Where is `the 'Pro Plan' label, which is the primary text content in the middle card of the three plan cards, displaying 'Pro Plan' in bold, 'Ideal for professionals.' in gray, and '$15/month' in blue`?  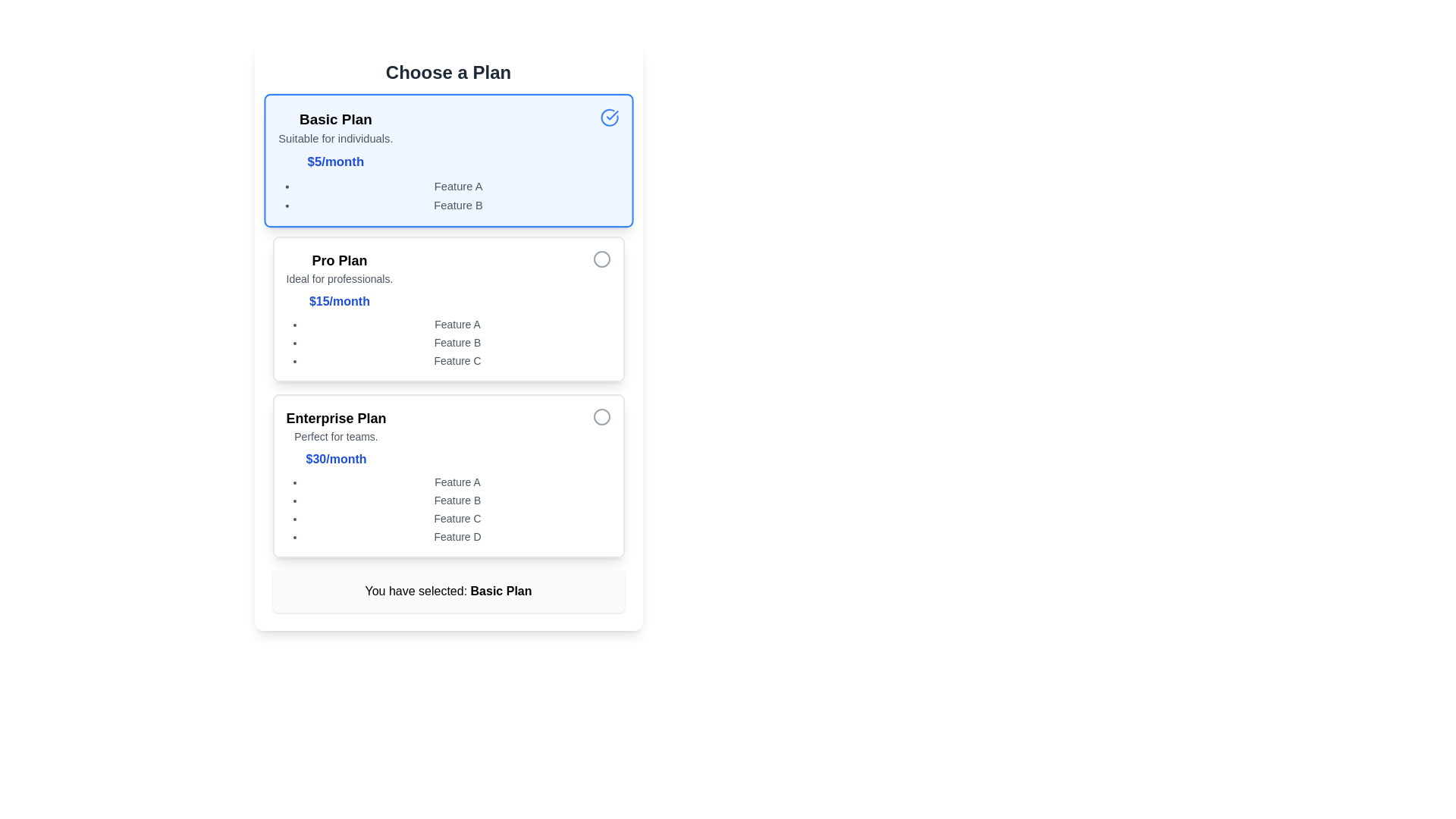
the 'Pro Plan' label, which is the primary text content in the middle card of the three plan cards, displaying 'Pro Plan' in bold, 'Ideal for professionals.' in gray, and '$15/month' in blue is located at coordinates (338, 281).